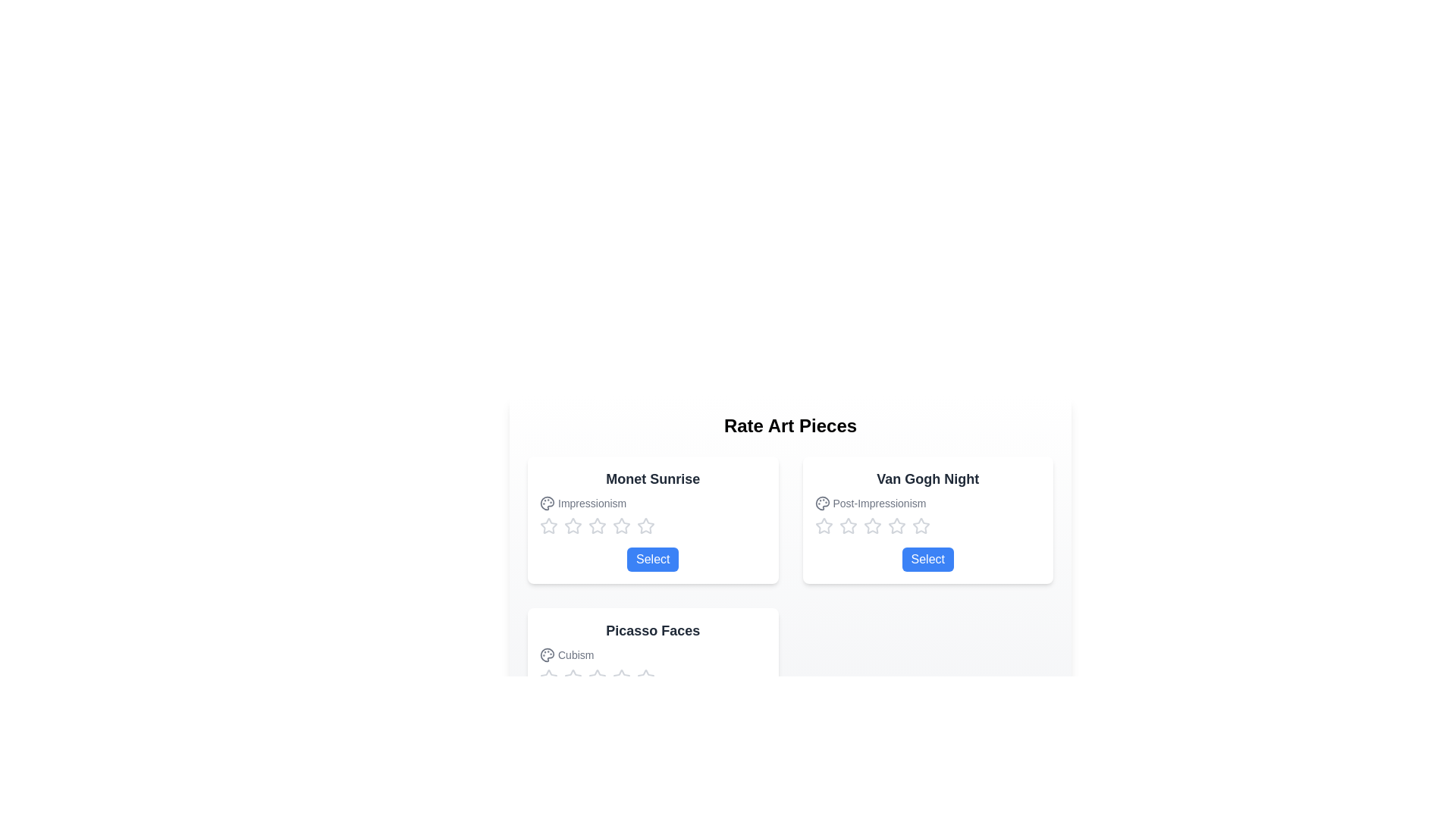 The image size is (1456, 819). What do you see at coordinates (653, 479) in the screenshot?
I see `the title or heading of the card located in the top-left corner of the grid, which identifies the associated art piece` at bounding box center [653, 479].